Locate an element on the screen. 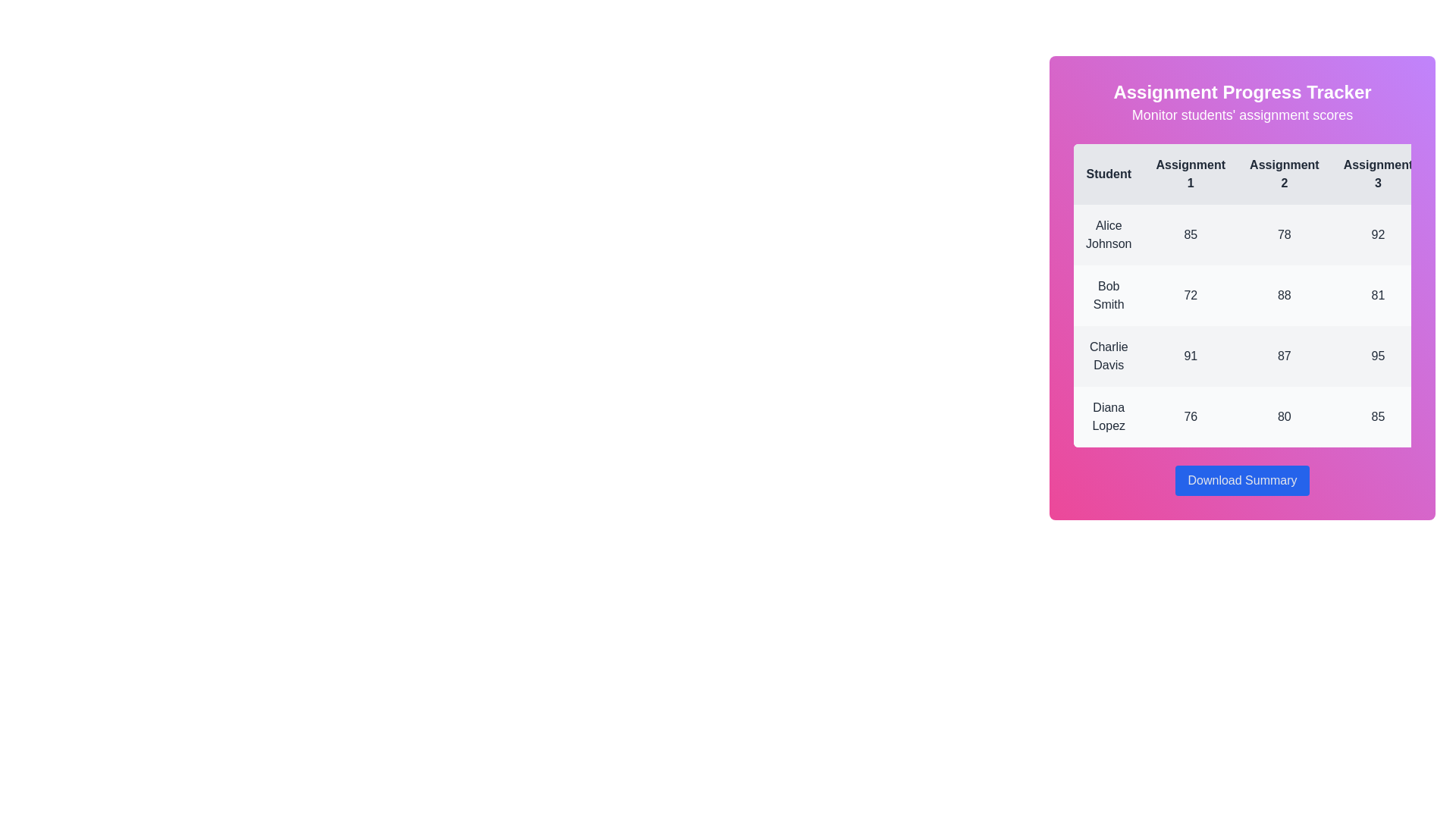 The width and height of the screenshot is (1456, 819). the 'Download Summary' button to initiate the download of the assignment summary is located at coordinates (1242, 480).